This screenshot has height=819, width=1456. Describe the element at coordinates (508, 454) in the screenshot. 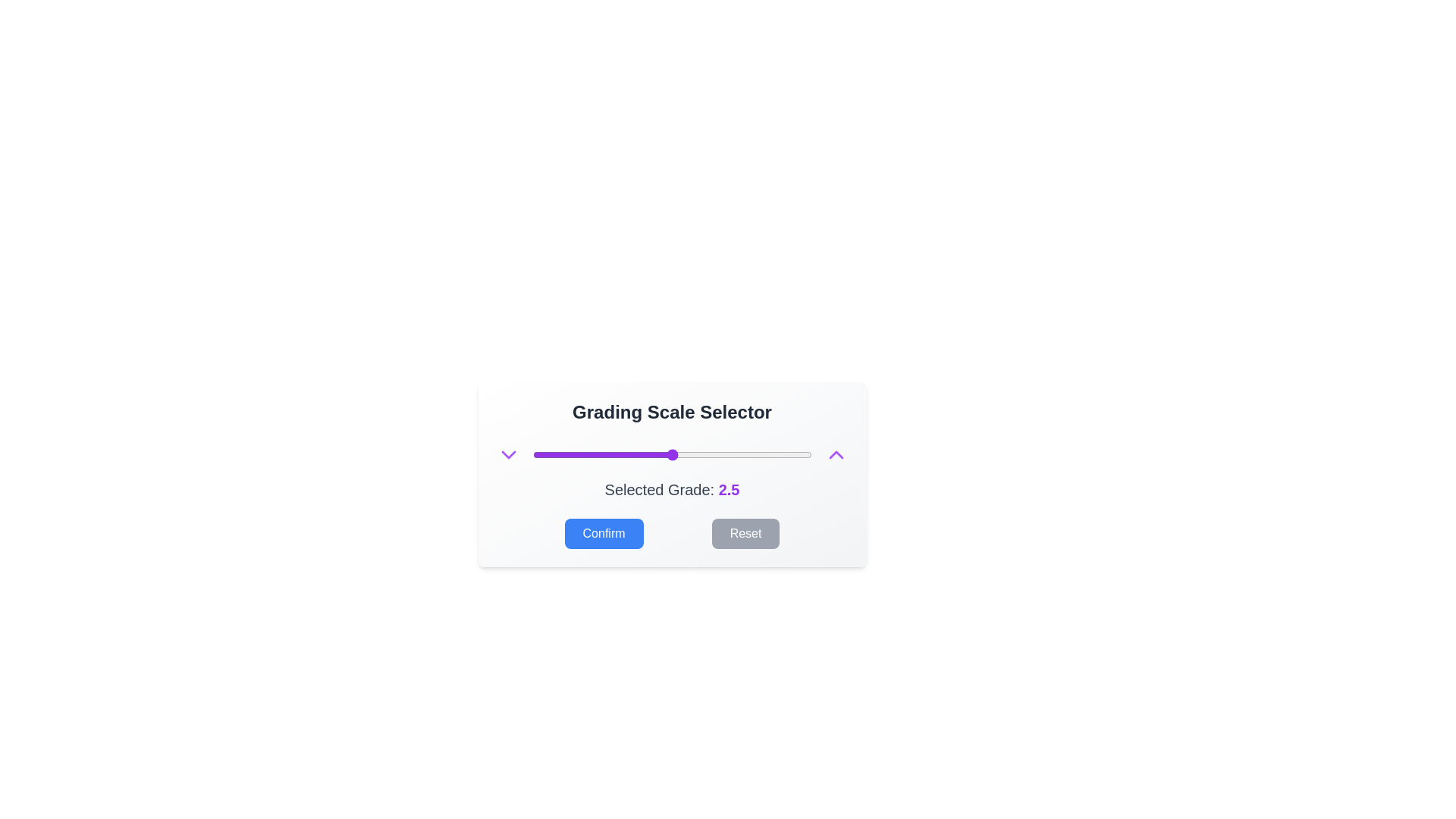

I see `the ChevronDown icon to expand the grading scale options` at that location.